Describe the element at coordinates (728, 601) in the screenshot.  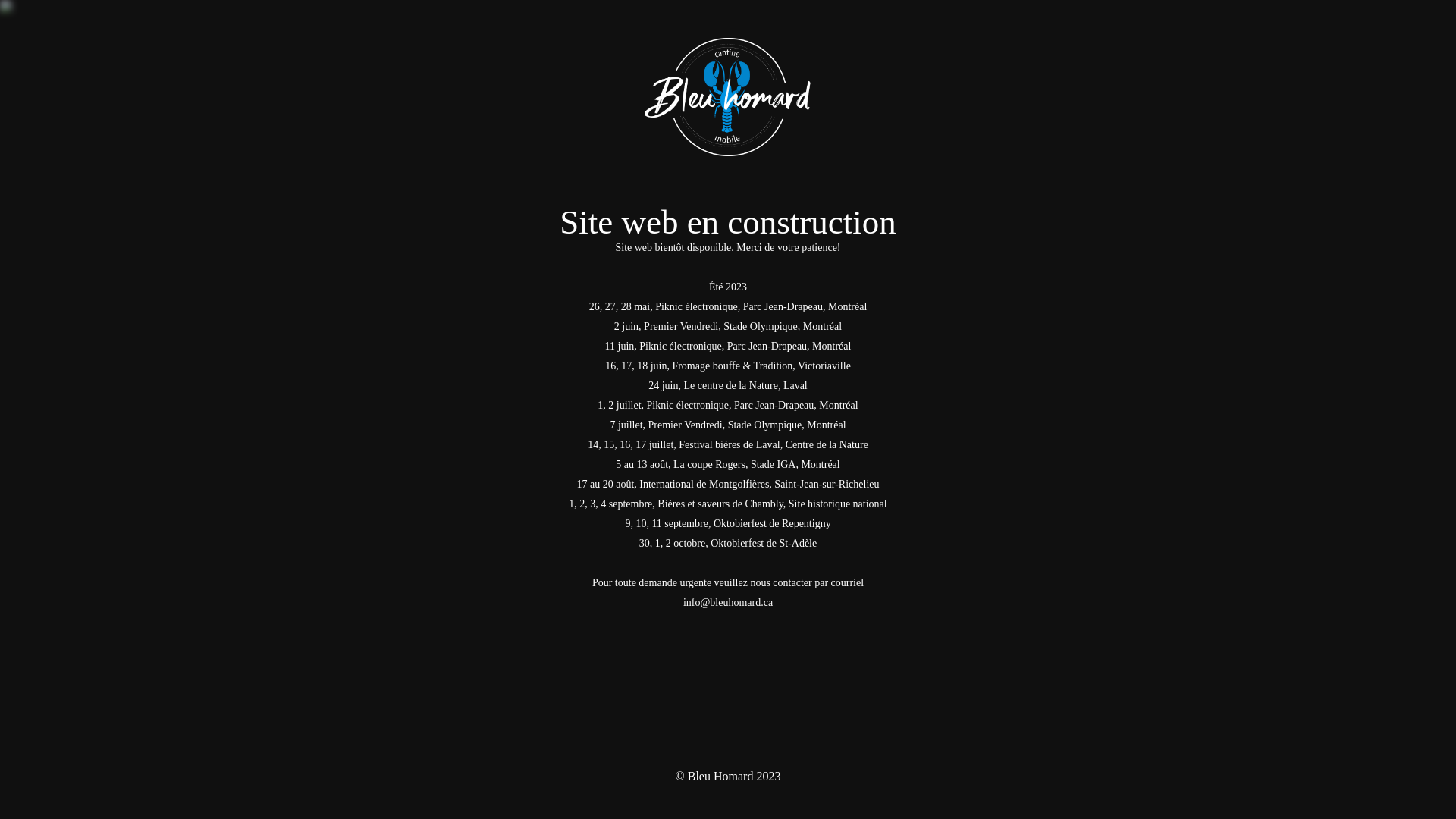
I see `'info@bleuhomard.ca'` at that location.